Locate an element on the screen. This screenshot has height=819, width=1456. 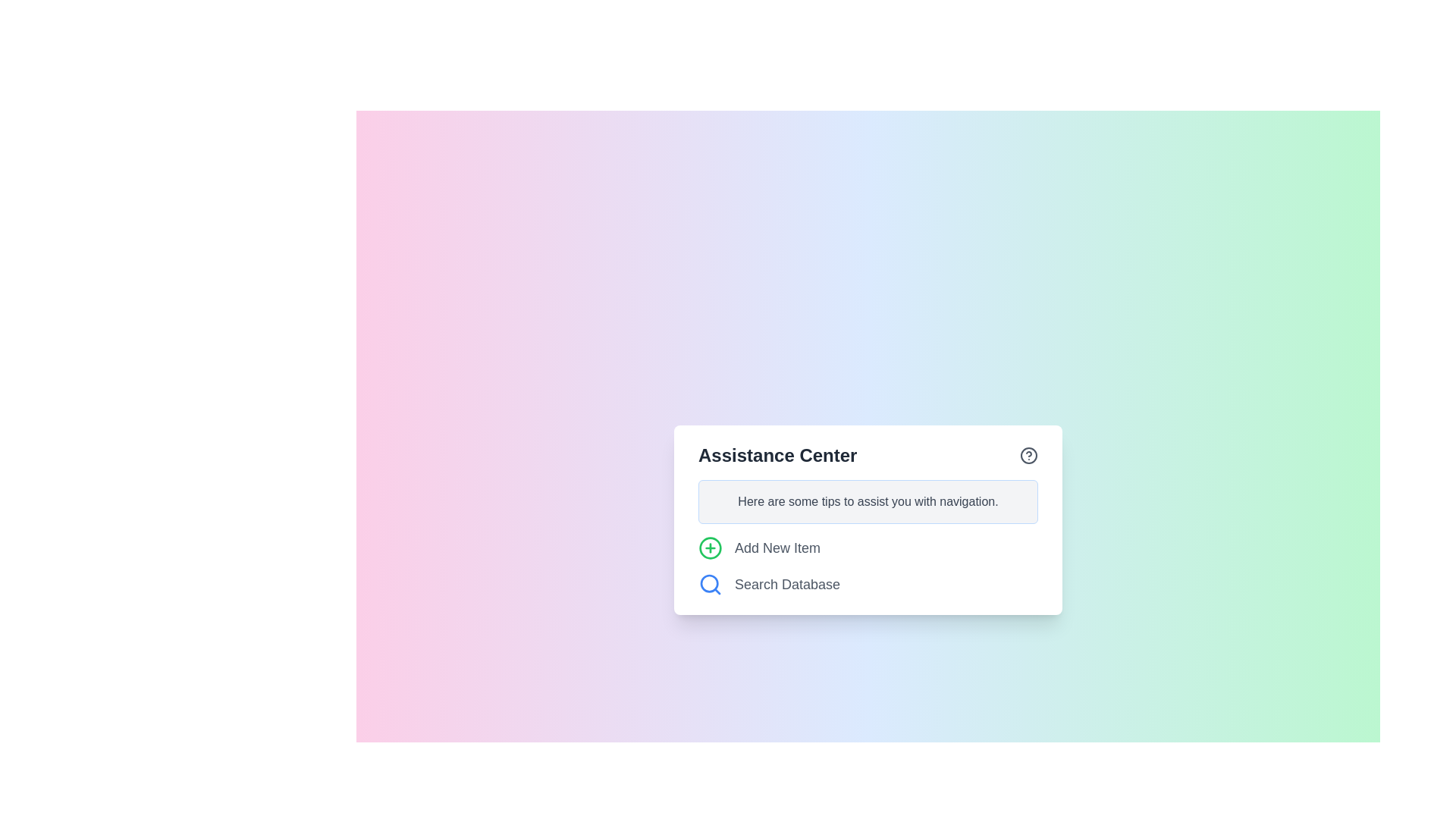
the circular green icon with a plus sign is located at coordinates (709, 548).